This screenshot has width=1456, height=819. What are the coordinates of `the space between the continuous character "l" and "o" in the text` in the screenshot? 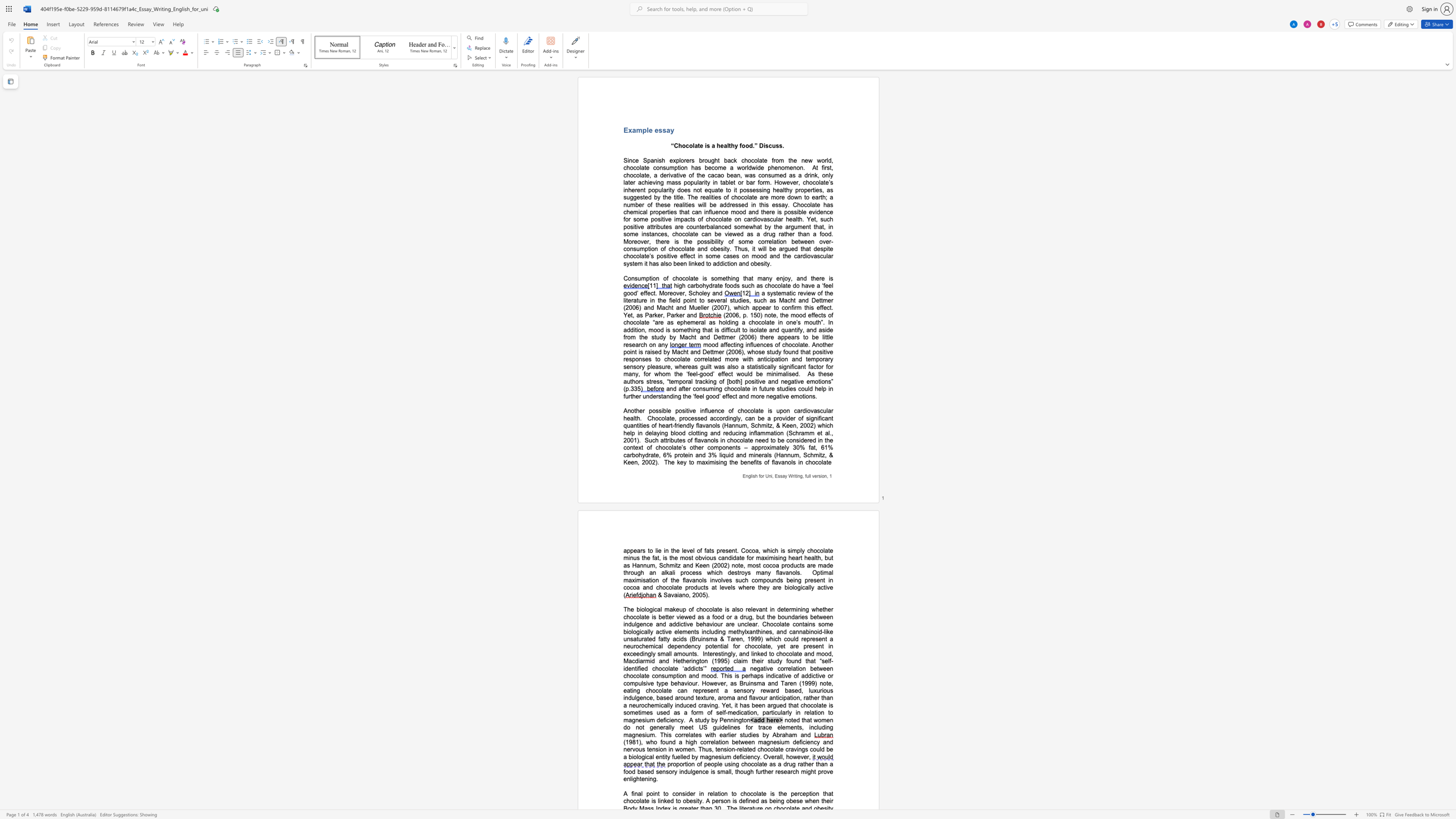 It's located at (794, 587).